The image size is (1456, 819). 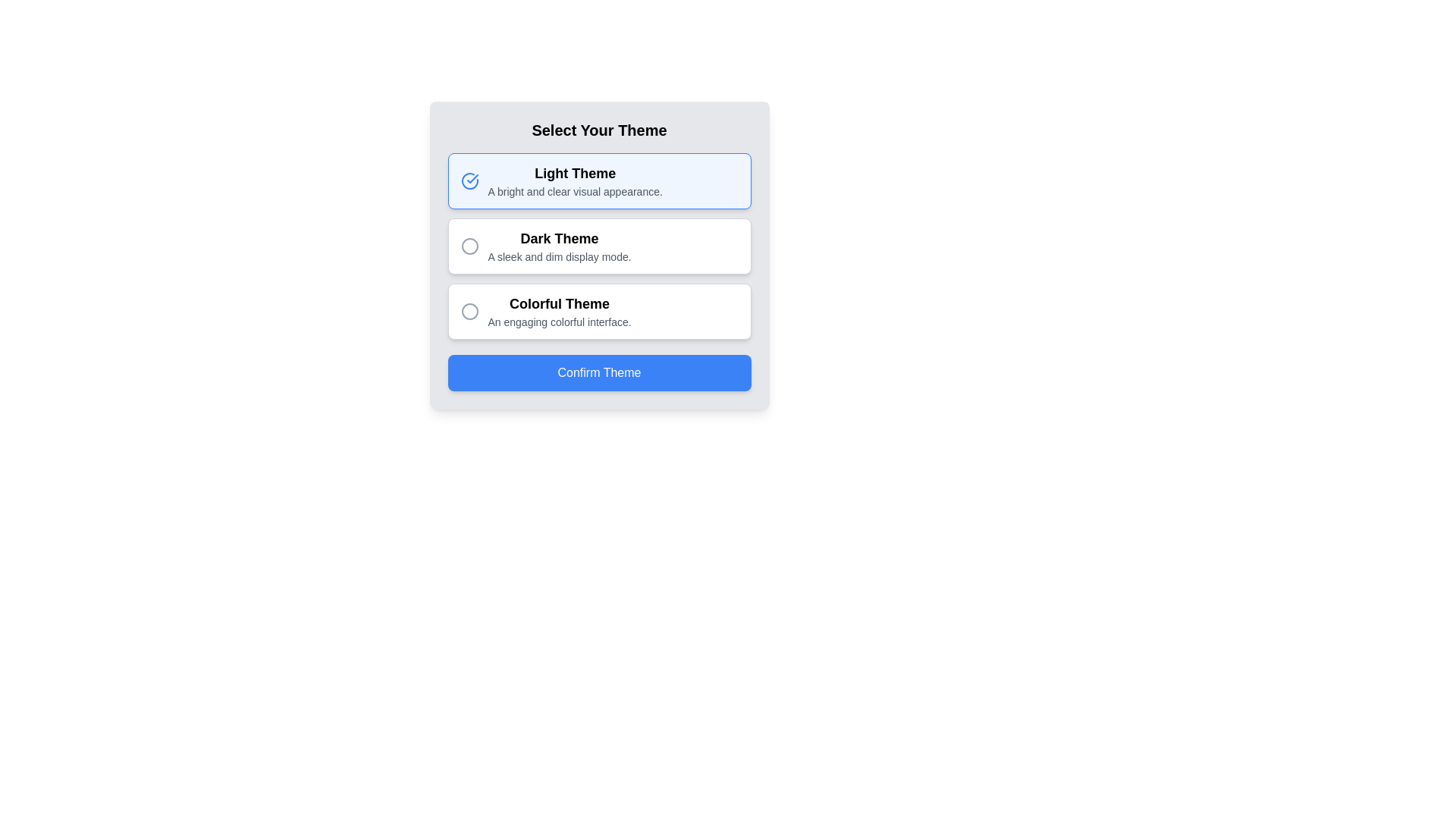 I want to click on the 'Colorful Theme' option in the theme selection list, so click(x=559, y=311).